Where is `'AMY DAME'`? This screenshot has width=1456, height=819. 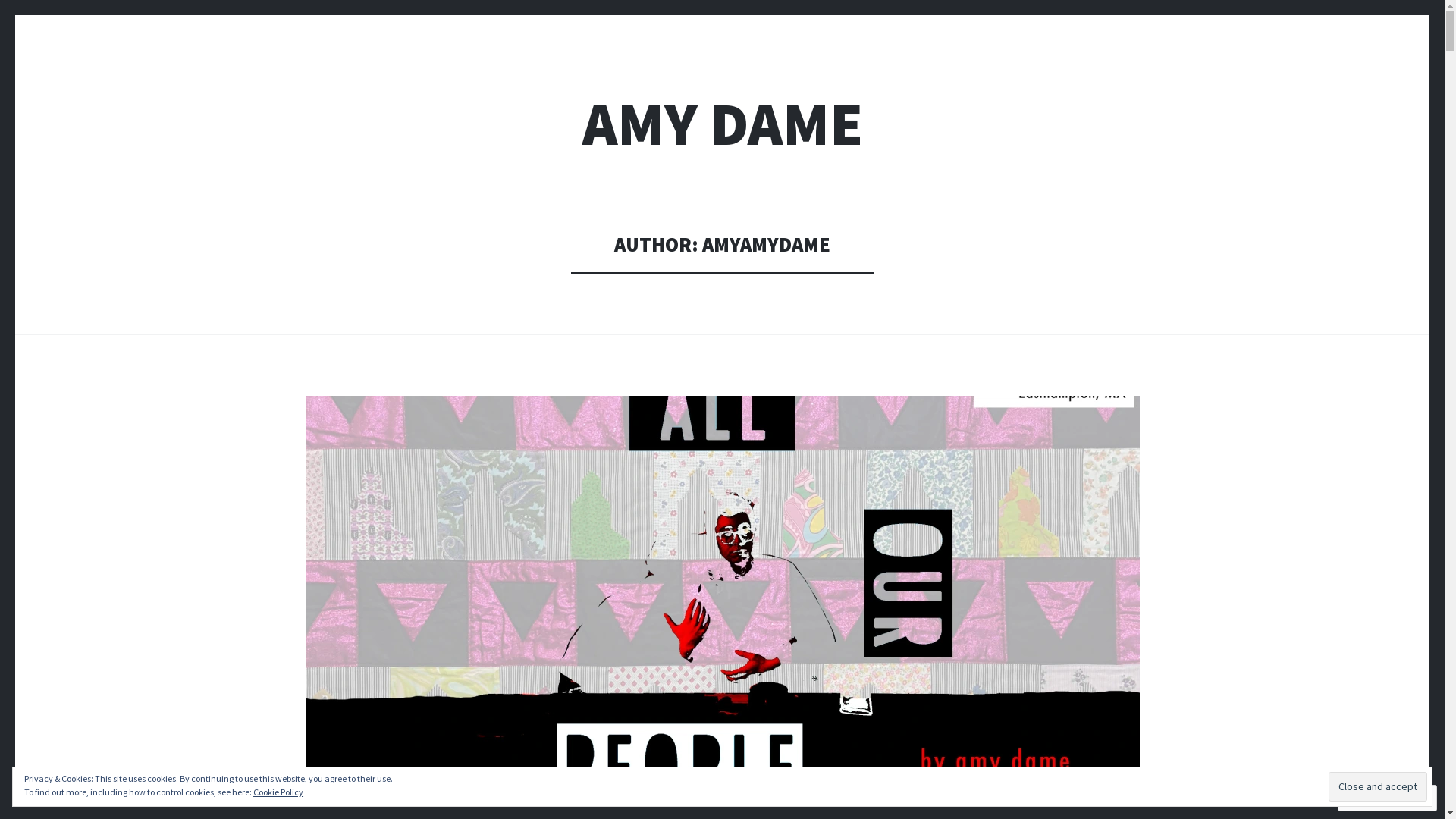
'AMY DAME' is located at coordinates (722, 123).